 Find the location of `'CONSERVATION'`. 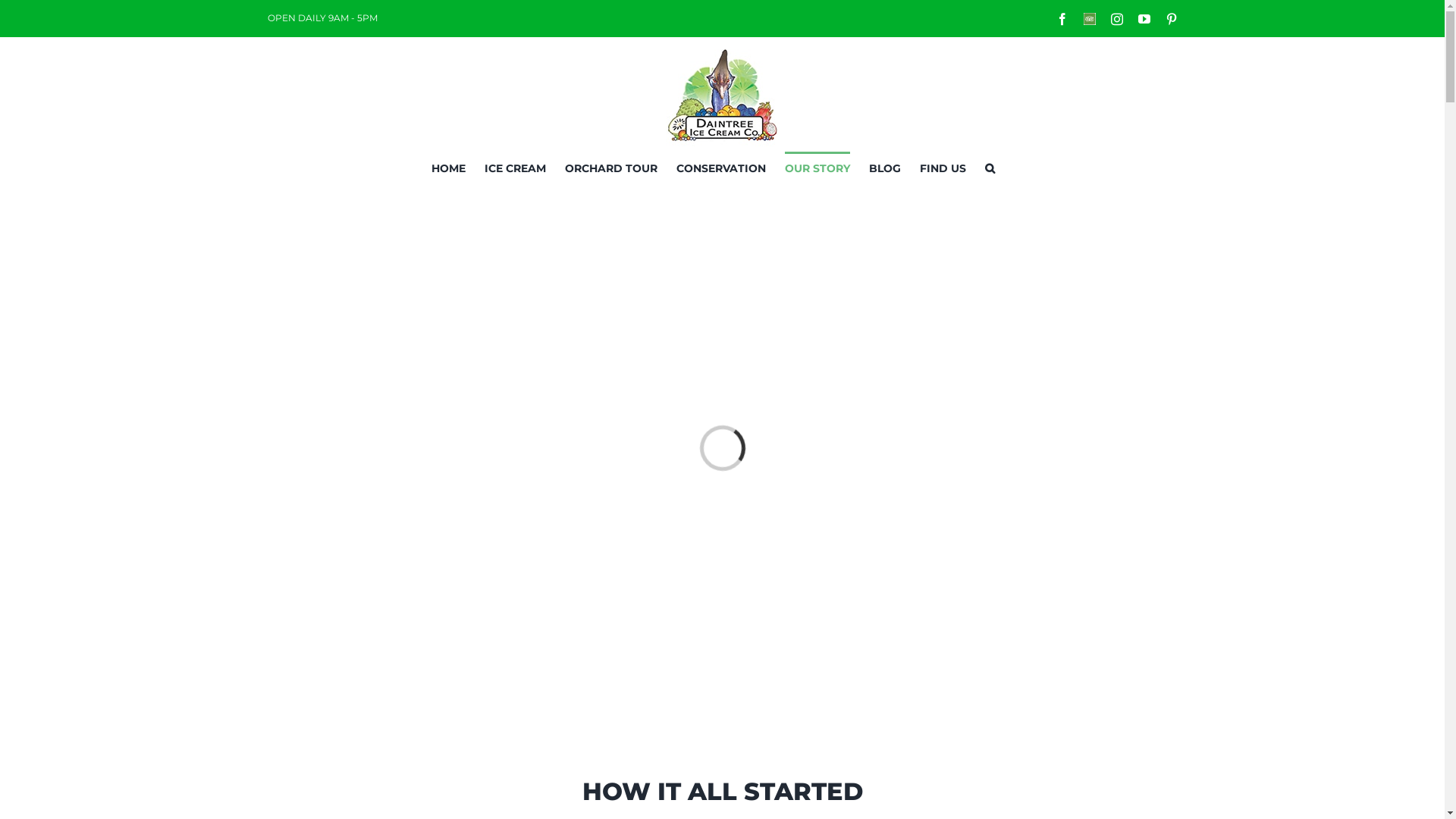

'CONSERVATION' is located at coordinates (676, 166).